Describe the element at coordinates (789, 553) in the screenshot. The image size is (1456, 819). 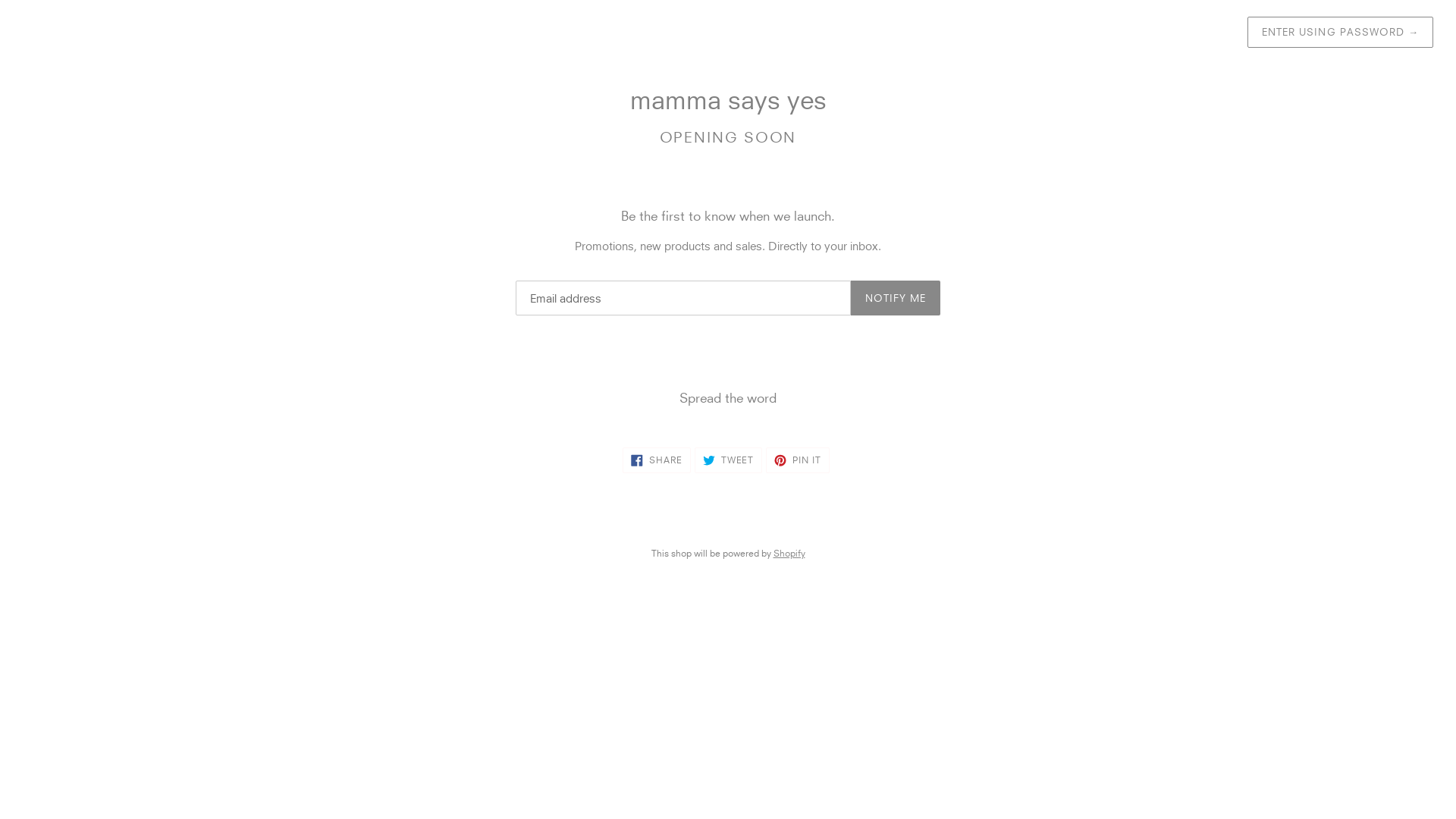
I see `'Shopify'` at that location.